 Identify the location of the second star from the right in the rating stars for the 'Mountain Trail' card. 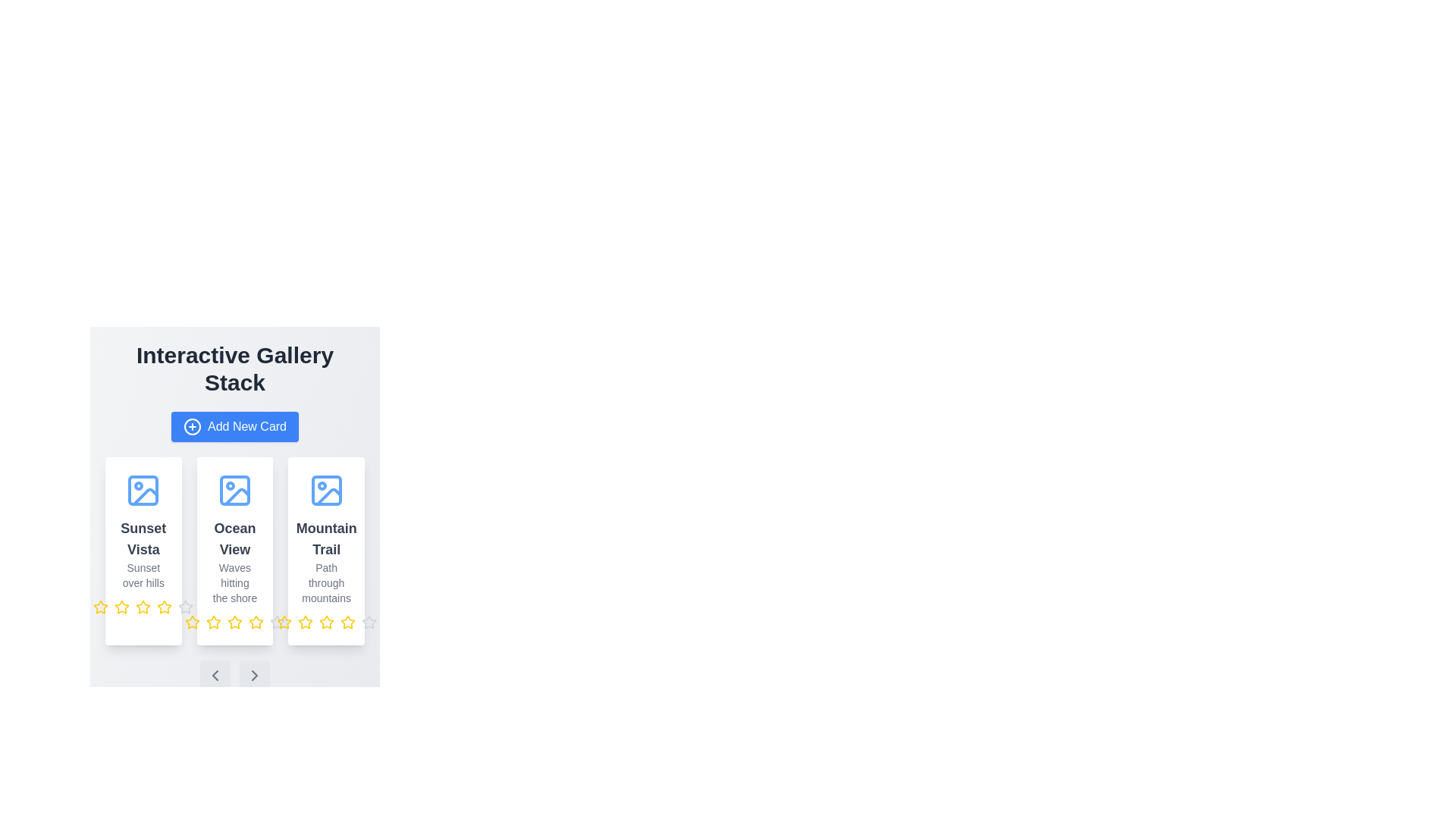
(304, 622).